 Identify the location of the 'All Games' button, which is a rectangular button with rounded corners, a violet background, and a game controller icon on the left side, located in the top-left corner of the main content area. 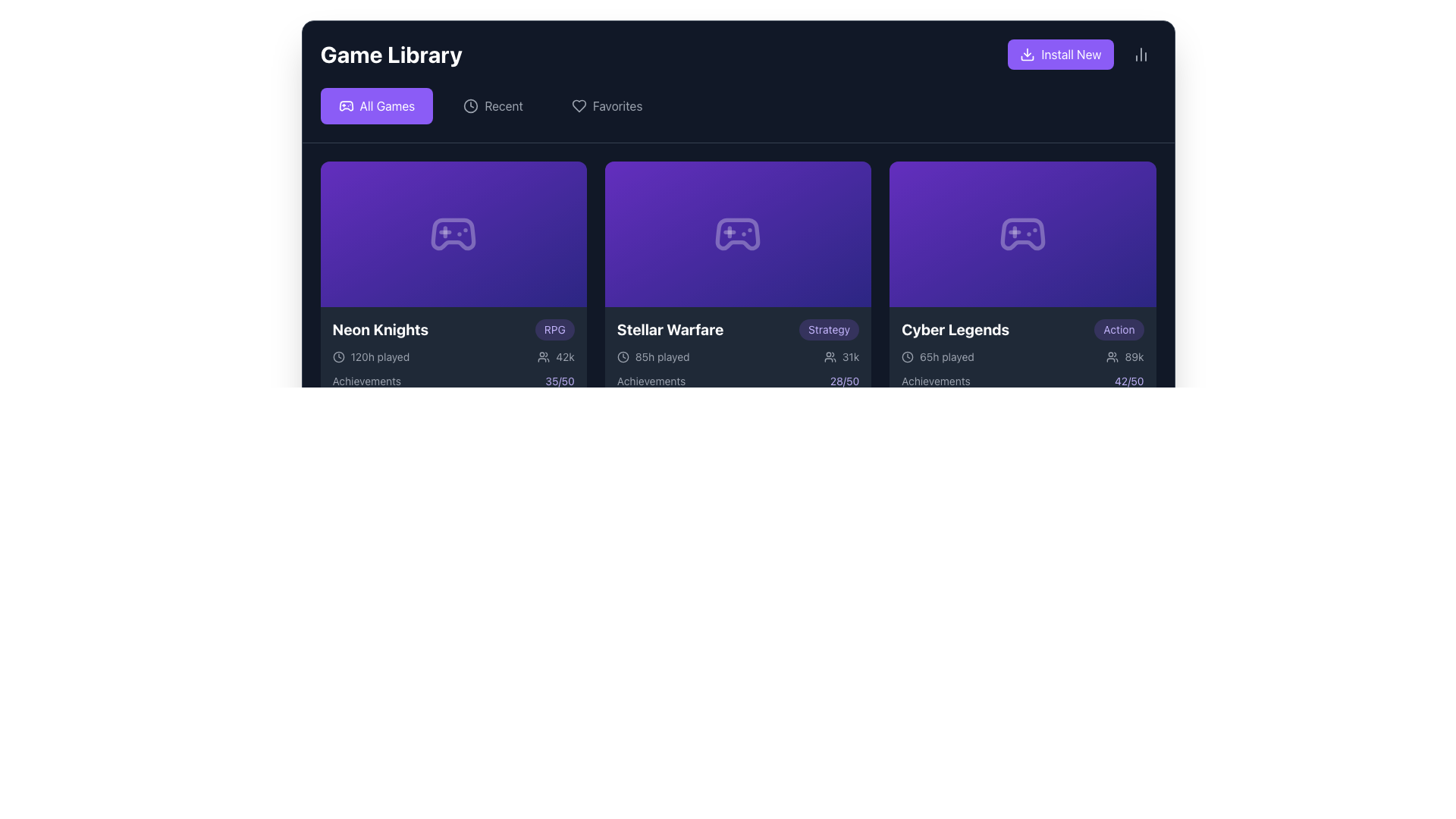
(376, 105).